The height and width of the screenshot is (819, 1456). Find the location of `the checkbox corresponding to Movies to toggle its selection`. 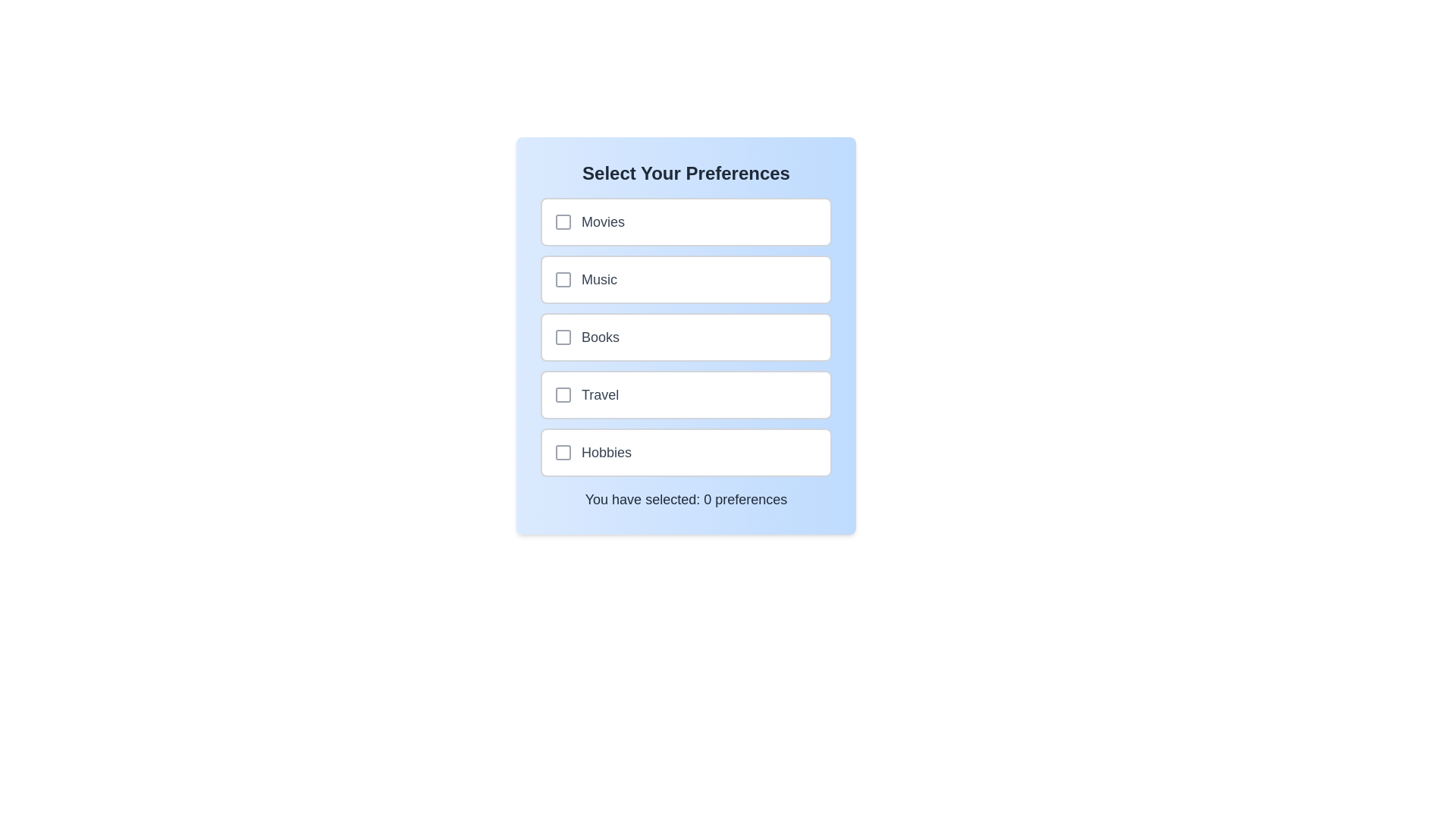

the checkbox corresponding to Movies to toggle its selection is located at coordinates (563, 222).